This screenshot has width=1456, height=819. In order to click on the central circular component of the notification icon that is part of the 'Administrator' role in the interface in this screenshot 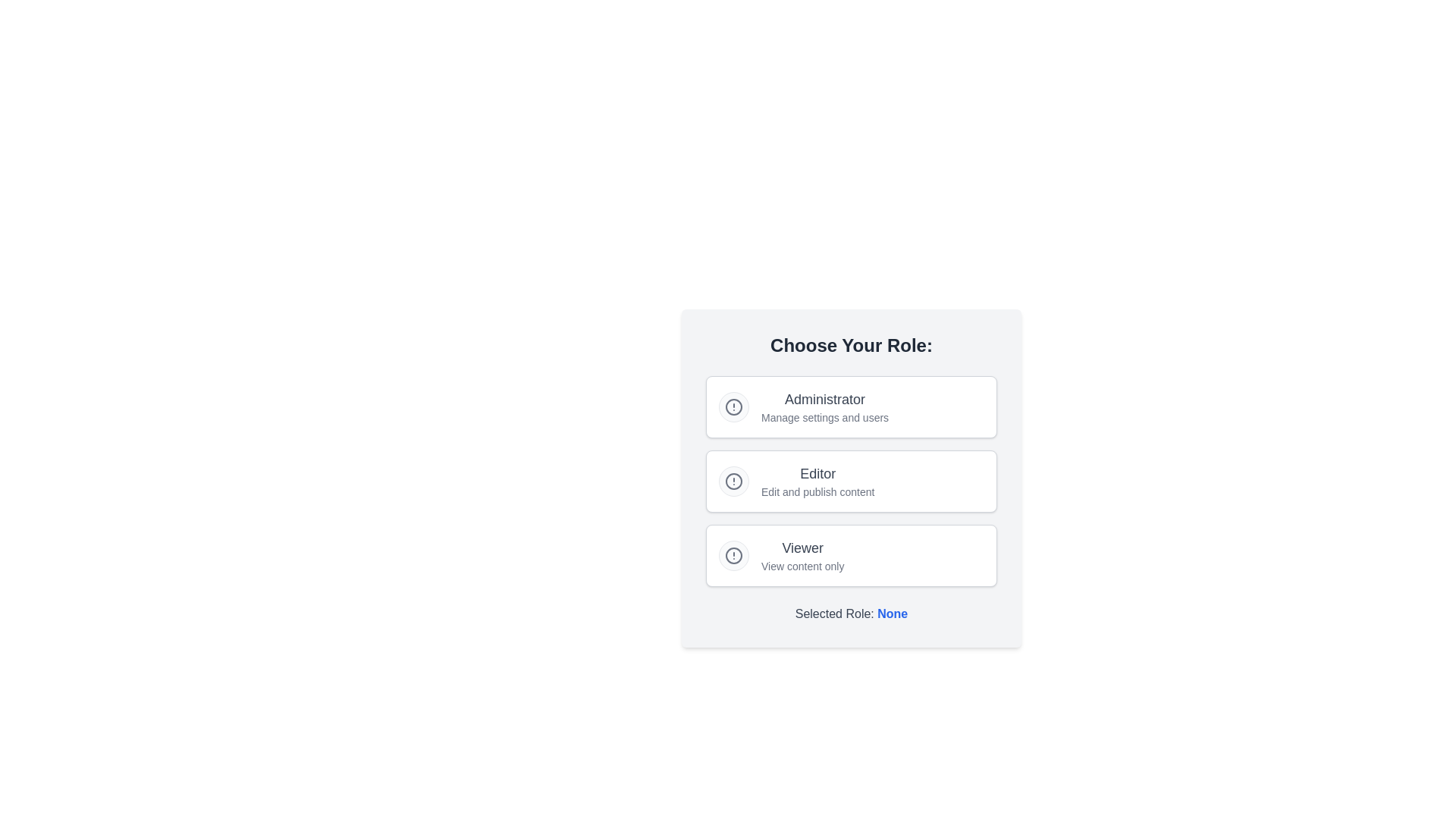, I will do `click(734, 406)`.